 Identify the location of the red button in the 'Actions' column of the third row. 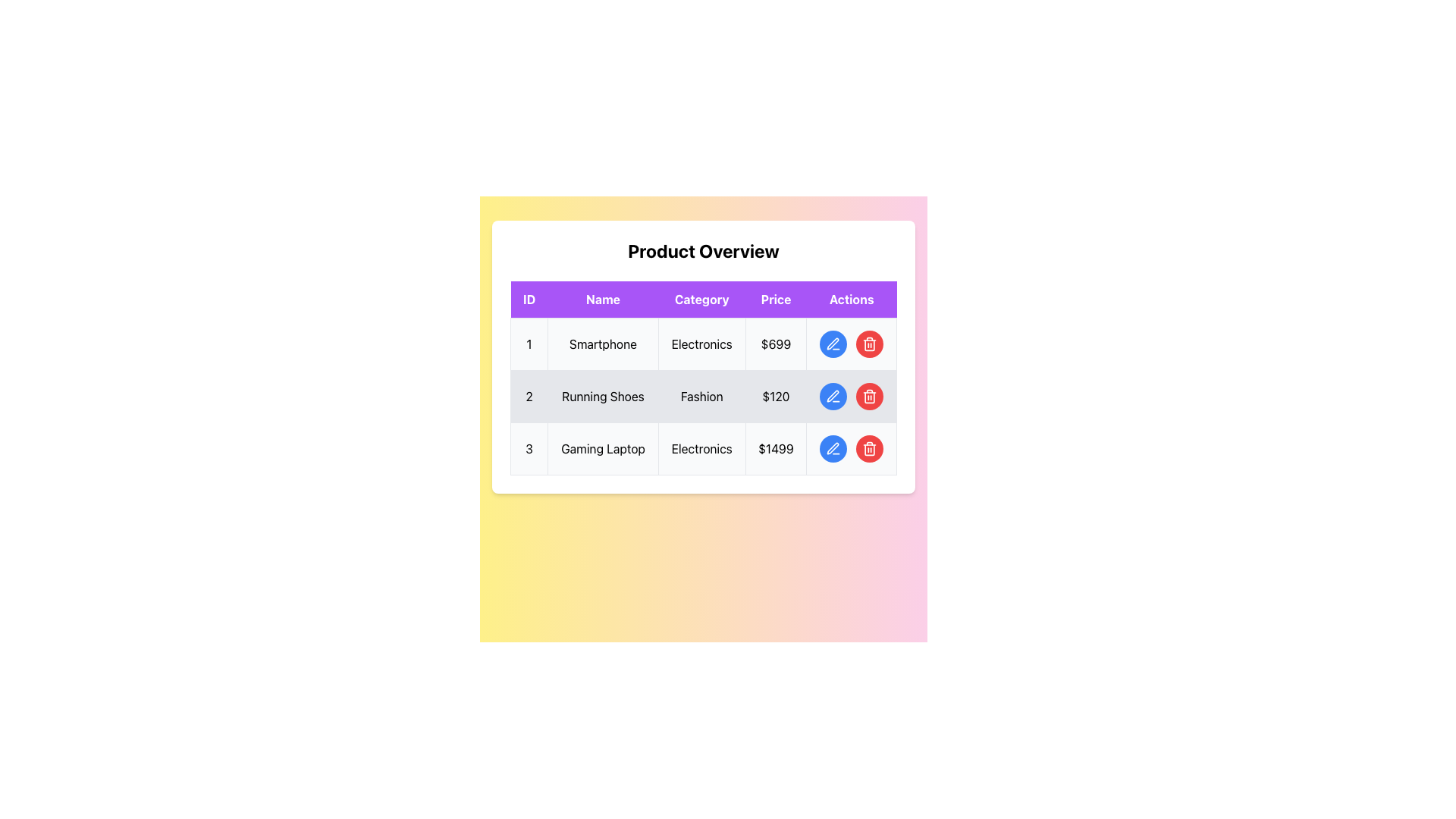
(852, 447).